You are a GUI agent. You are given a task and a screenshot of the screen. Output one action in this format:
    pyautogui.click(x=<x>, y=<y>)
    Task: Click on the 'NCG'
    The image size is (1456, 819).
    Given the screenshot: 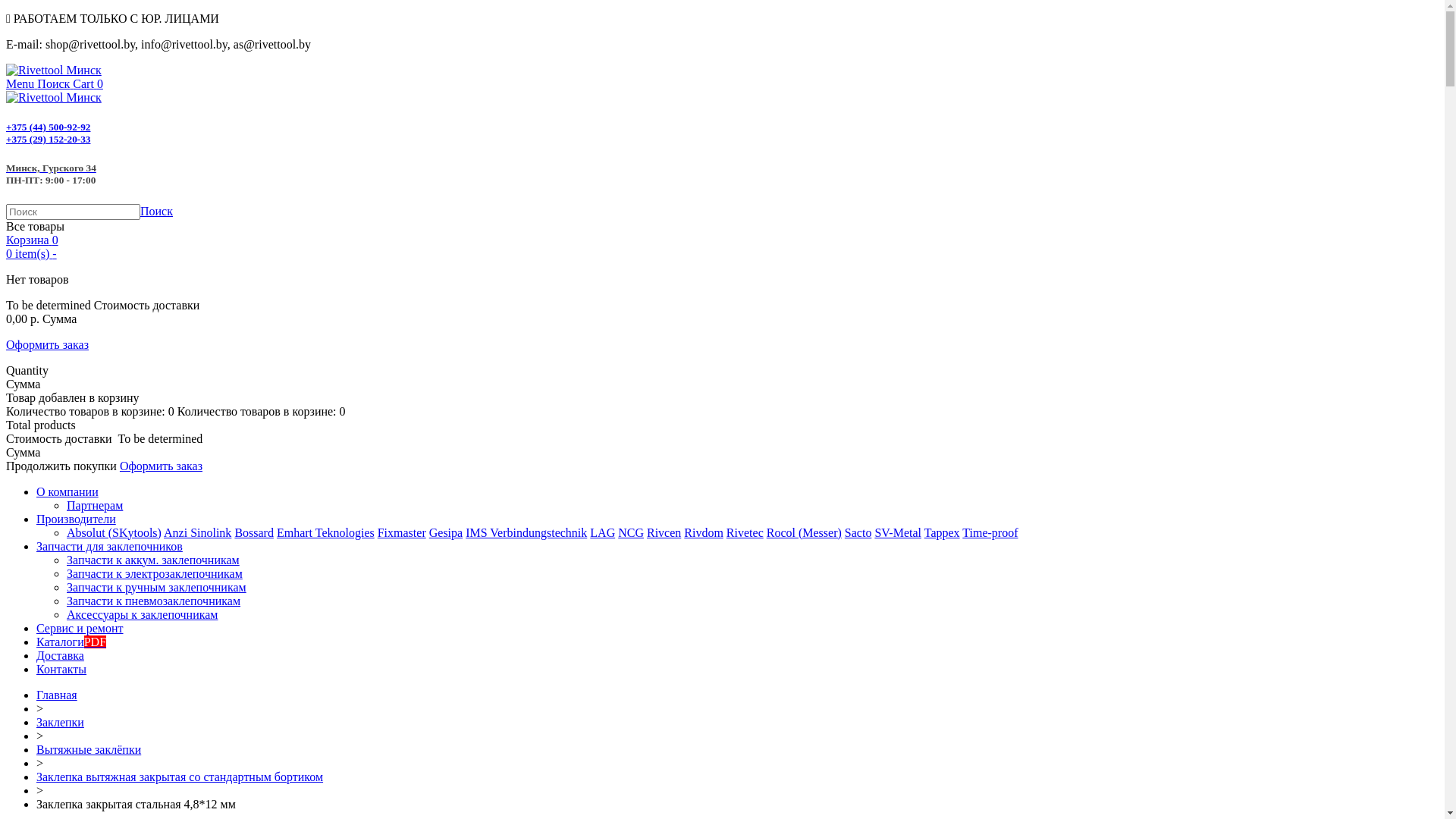 What is the action you would take?
    pyautogui.click(x=630, y=532)
    